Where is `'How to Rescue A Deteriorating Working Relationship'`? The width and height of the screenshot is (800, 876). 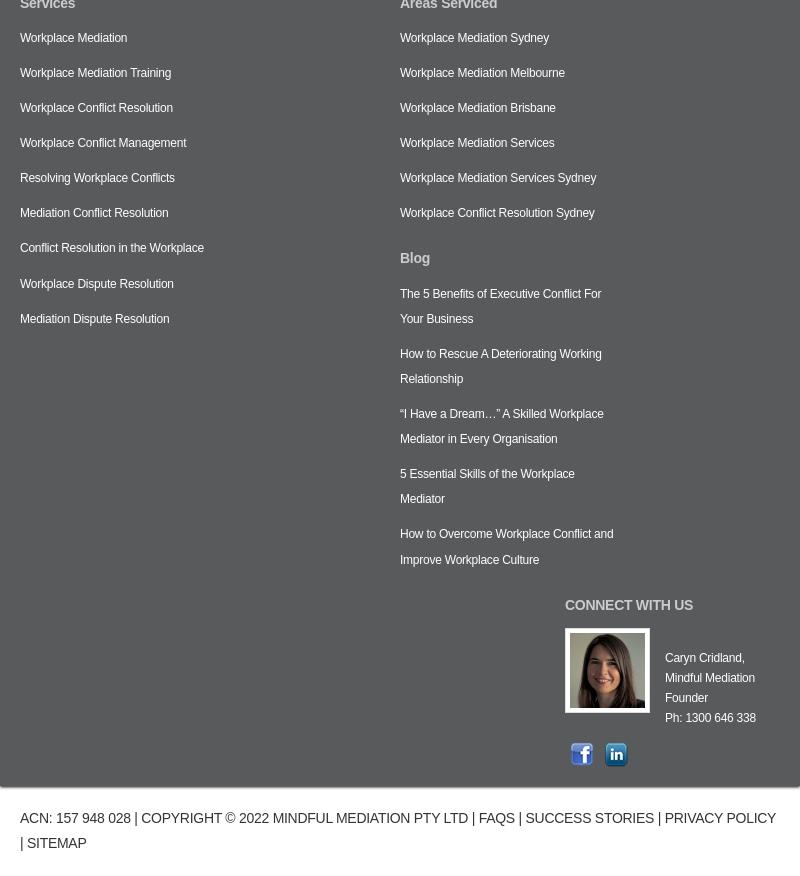
'How to Rescue A Deteriorating Working Relationship' is located at coordinates (500, 364).